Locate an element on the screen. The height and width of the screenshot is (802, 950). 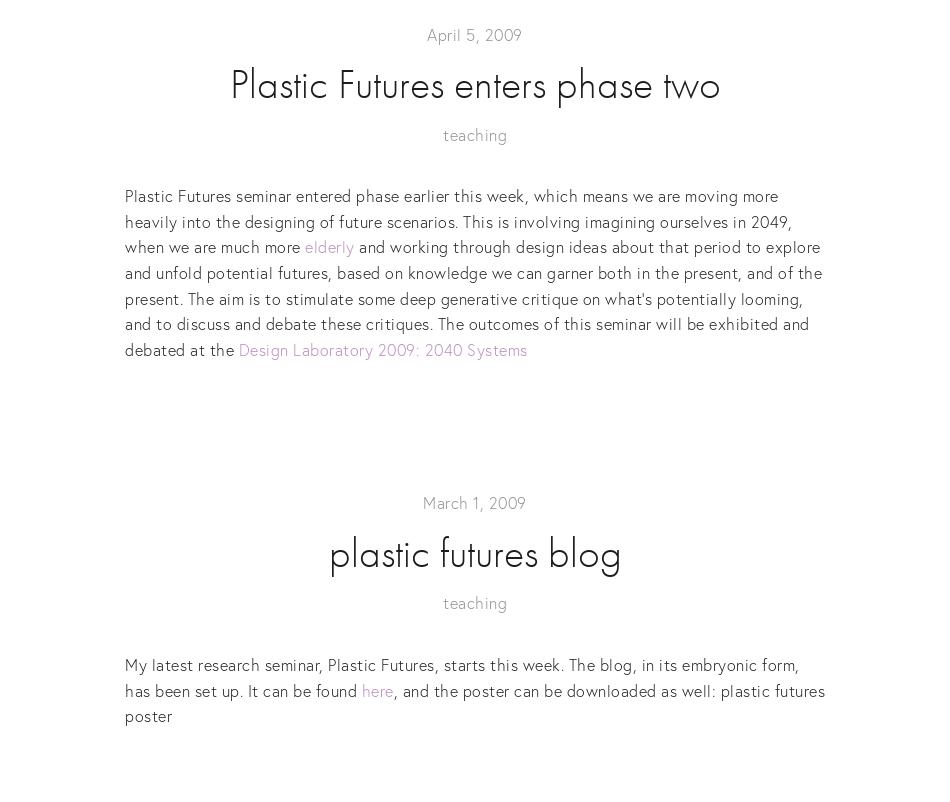
'March 1, 2009' is located at coordinates (473, 502).